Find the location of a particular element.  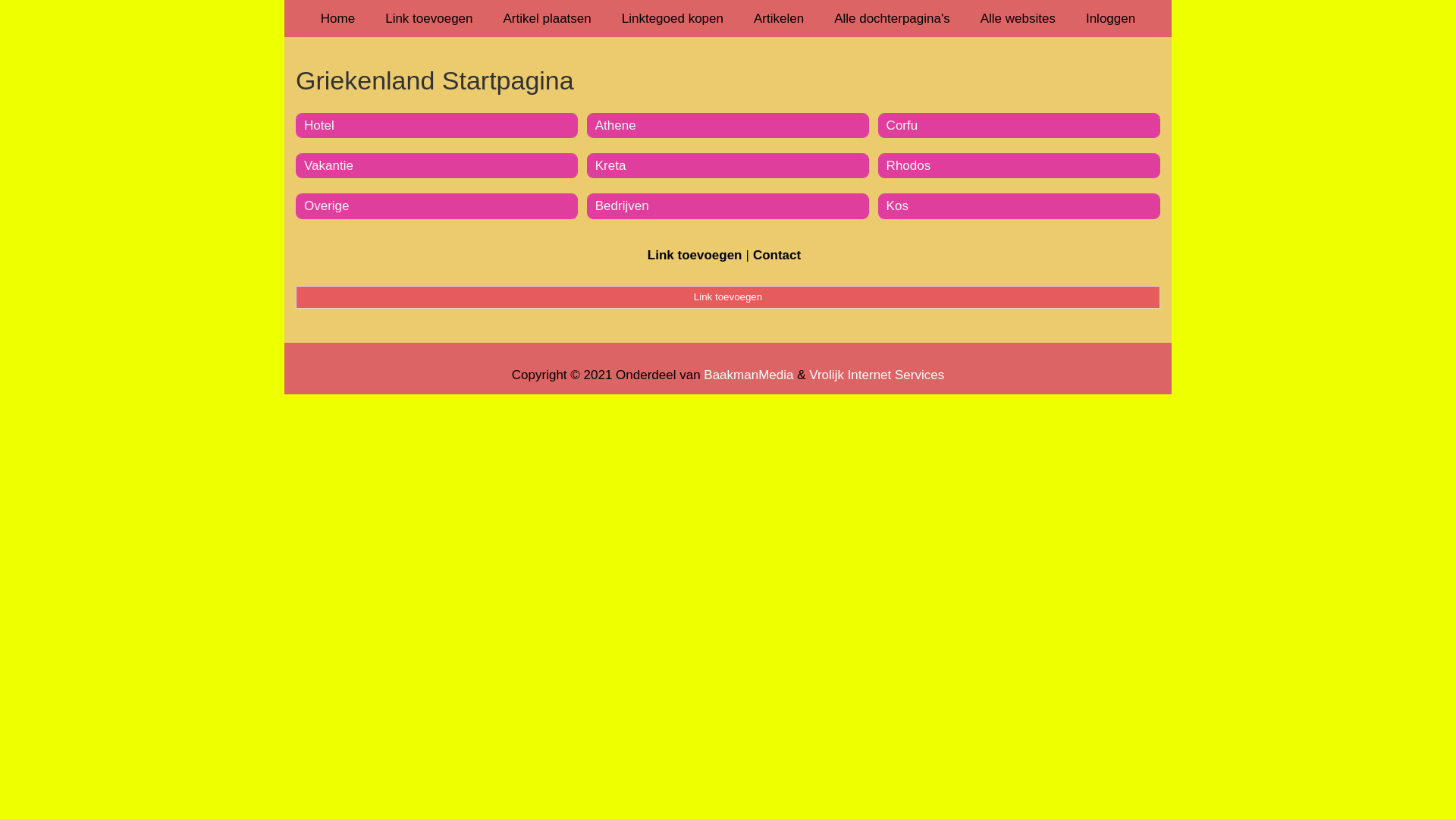

'BaakmanMedia' is located at coordinates (702, 375).